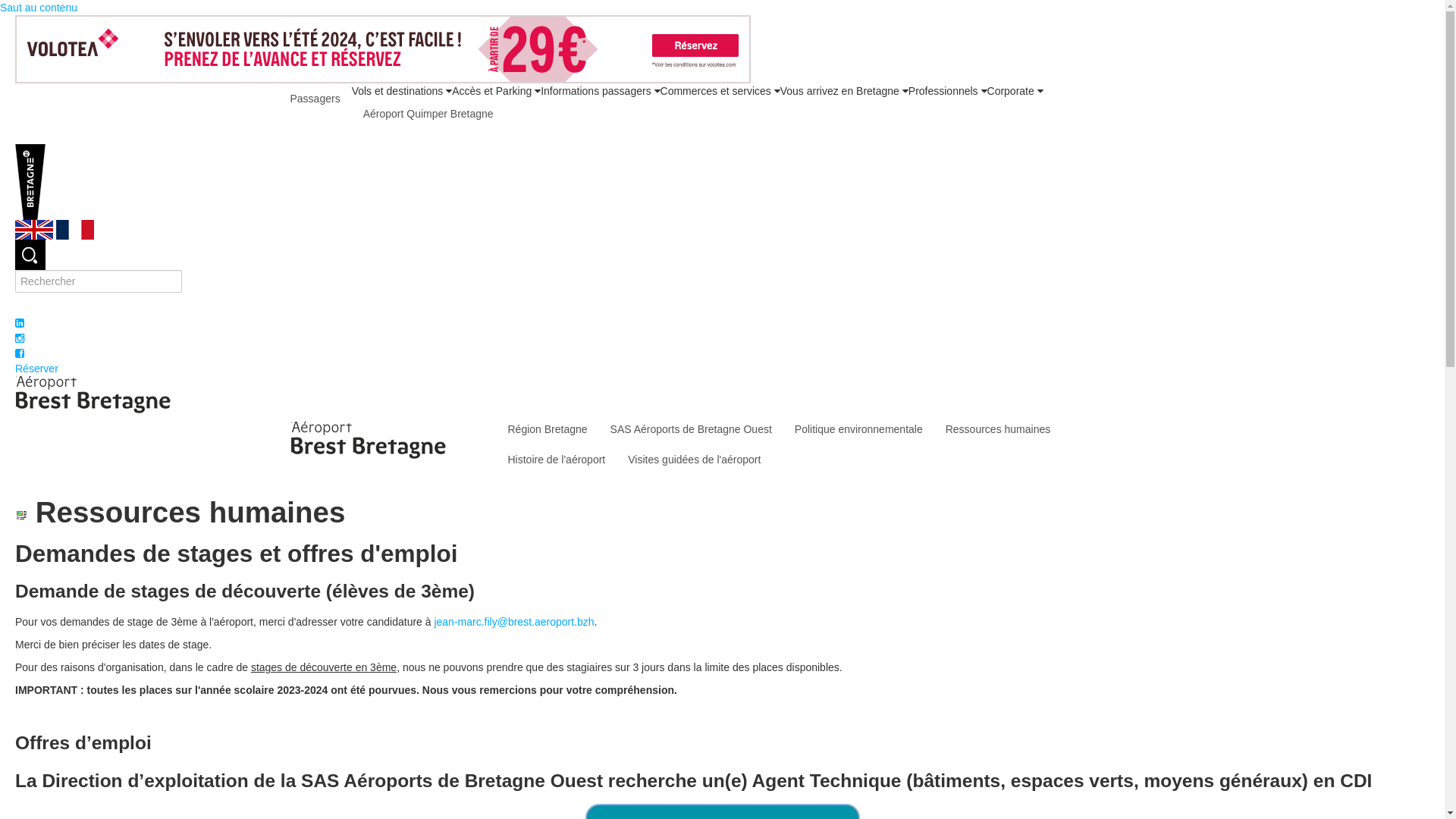 This screenshot has width=1456, height=819. Describe the element at coordinates (998, 429) in the screenshot. I see `'Ressources humaines'` at that location.